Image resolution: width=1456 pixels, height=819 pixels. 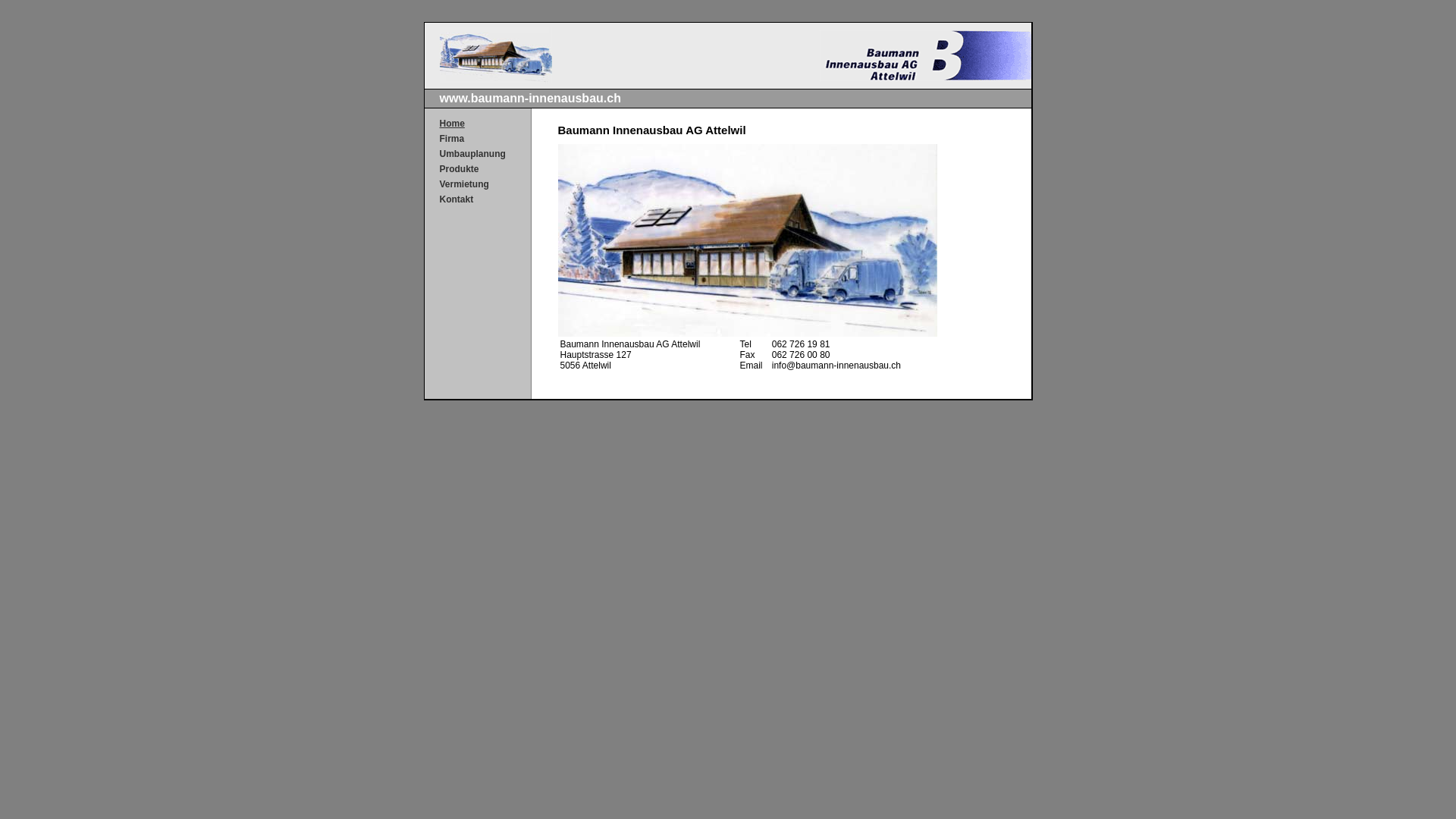 What do you see at coordinates (452, 198) in the screenshot?
I see `'Kontakt'` at bounding box center [452, 198].